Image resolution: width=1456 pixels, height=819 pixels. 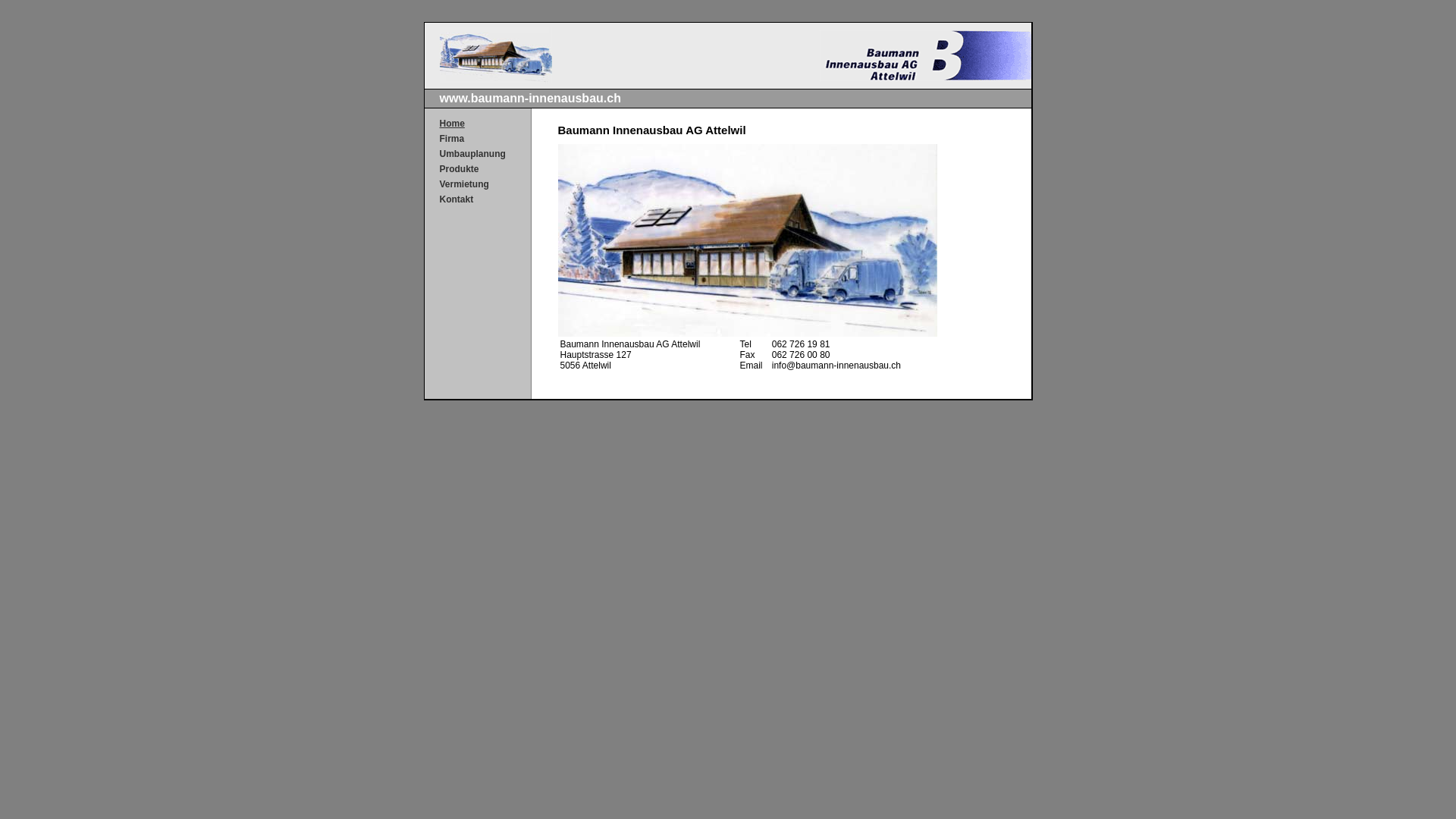 What do you see at coordinates (452, 198) in the screenshot?
I see `'Kontakt'` at bounding box center [452, 198].